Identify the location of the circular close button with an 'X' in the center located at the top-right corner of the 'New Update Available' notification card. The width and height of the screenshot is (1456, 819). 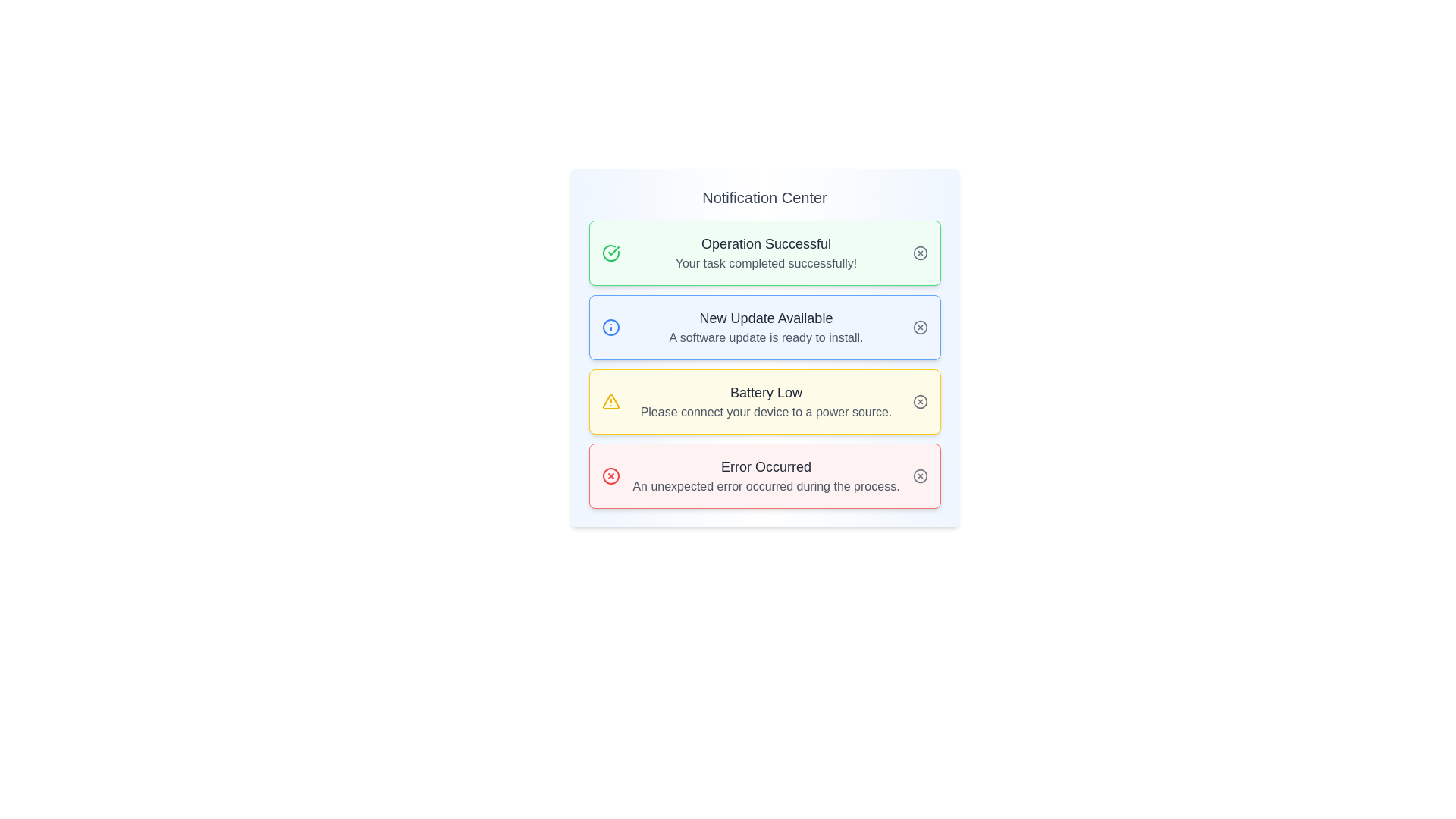
(919, 327).